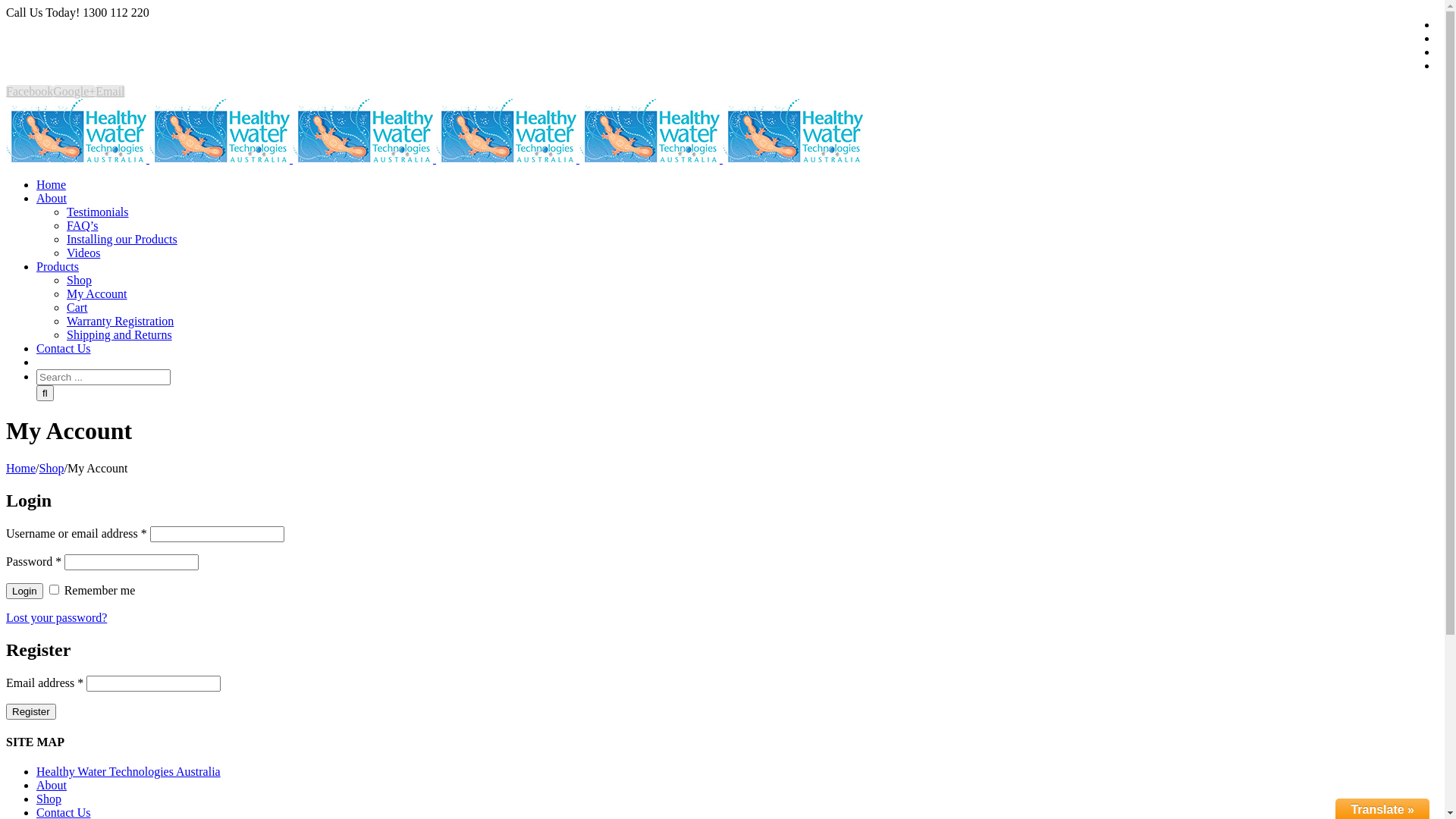  What do you see at coordinates (128, 771) in the screenshot?
I see `'Healthy Water Technologies Australia'` at bounding box center [128, 771].